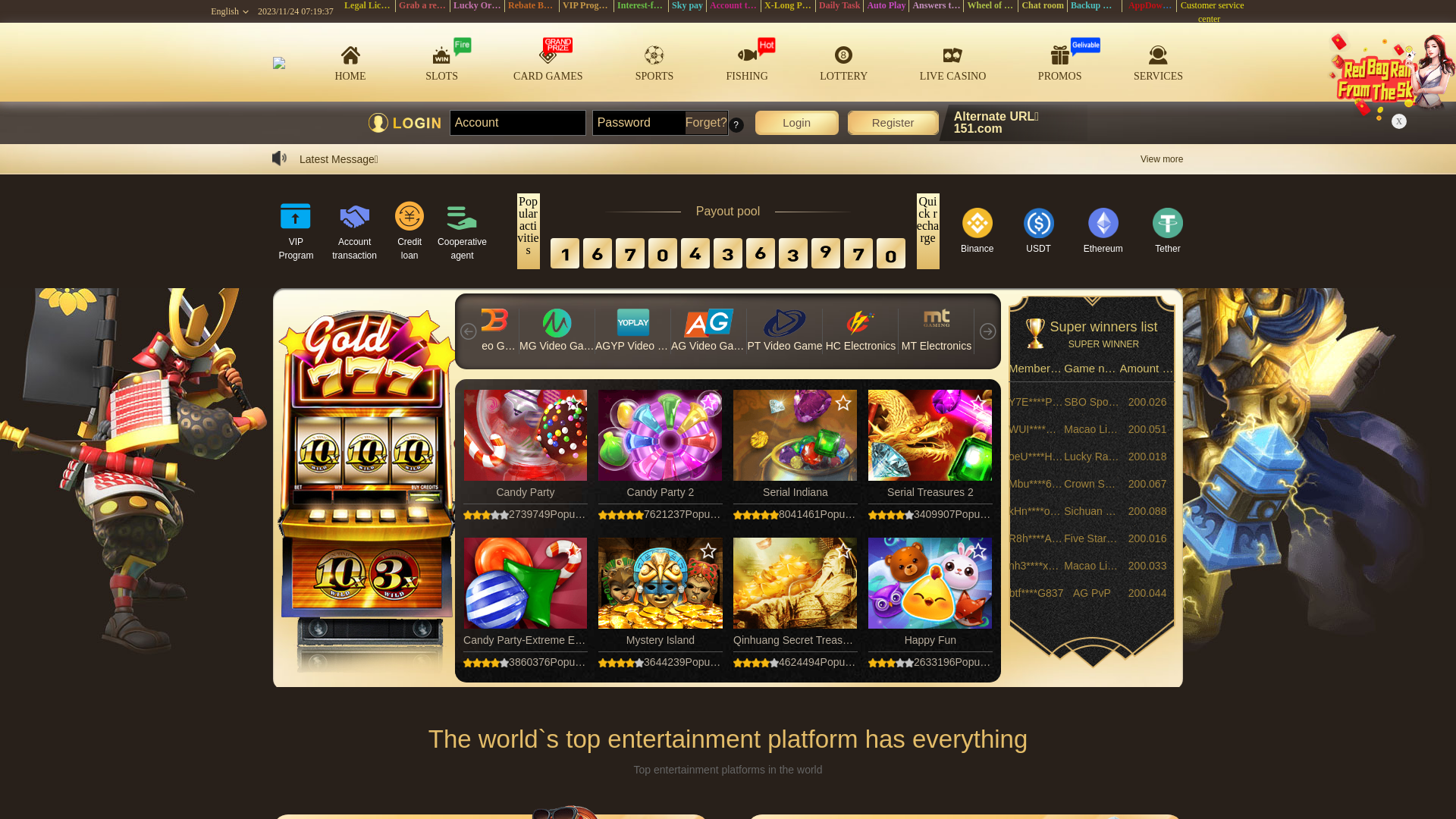 Image resolution: width=1456 pixels, height=819 pixels. Describe the element at coordinates (843, 61) in the screenshot. I see `'LOTTERY'` at that location.